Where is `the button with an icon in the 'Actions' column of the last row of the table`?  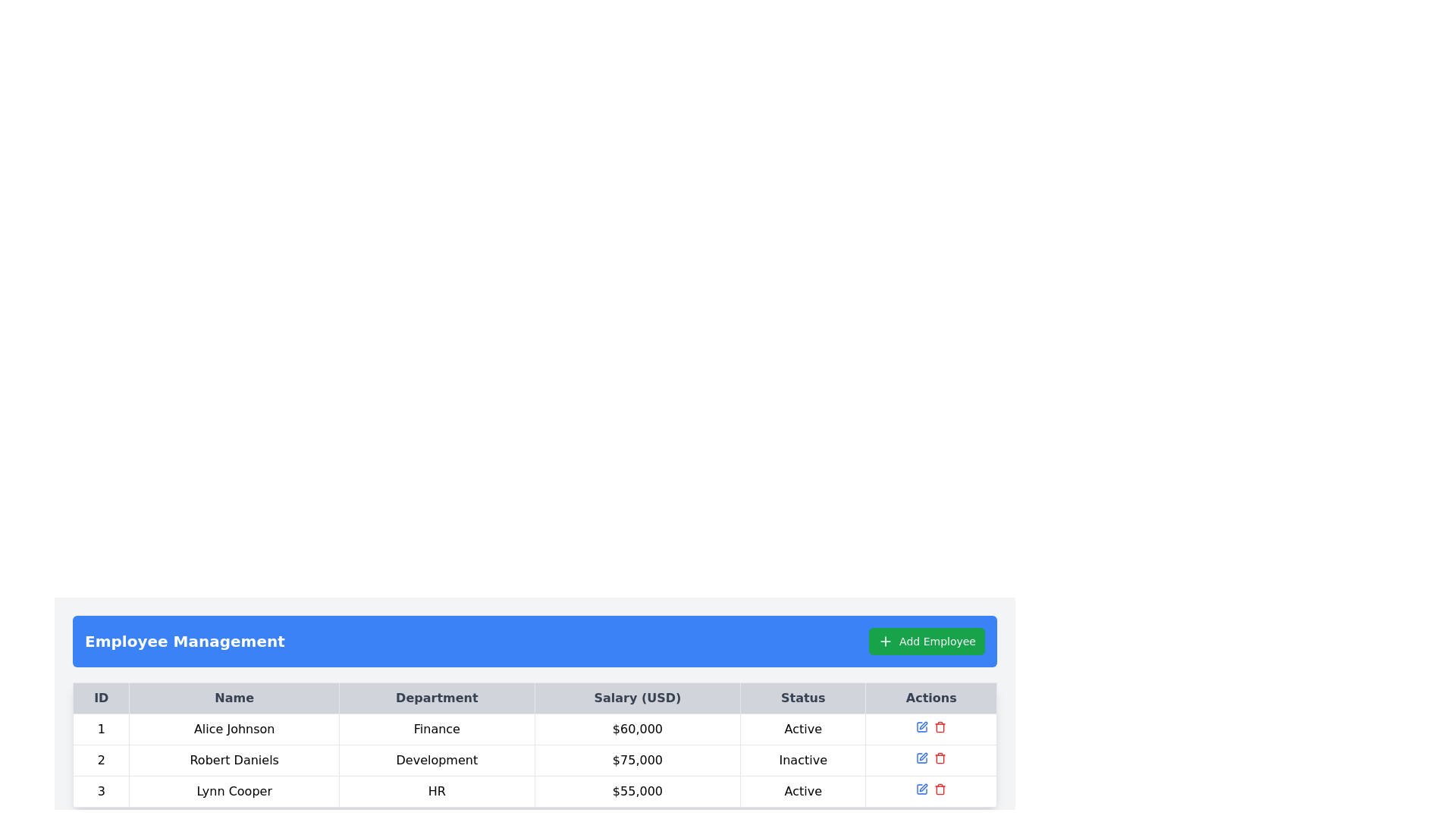
the button with an icon in the 'Actions' column of the last row of the table is located at coordinates (940, 758).